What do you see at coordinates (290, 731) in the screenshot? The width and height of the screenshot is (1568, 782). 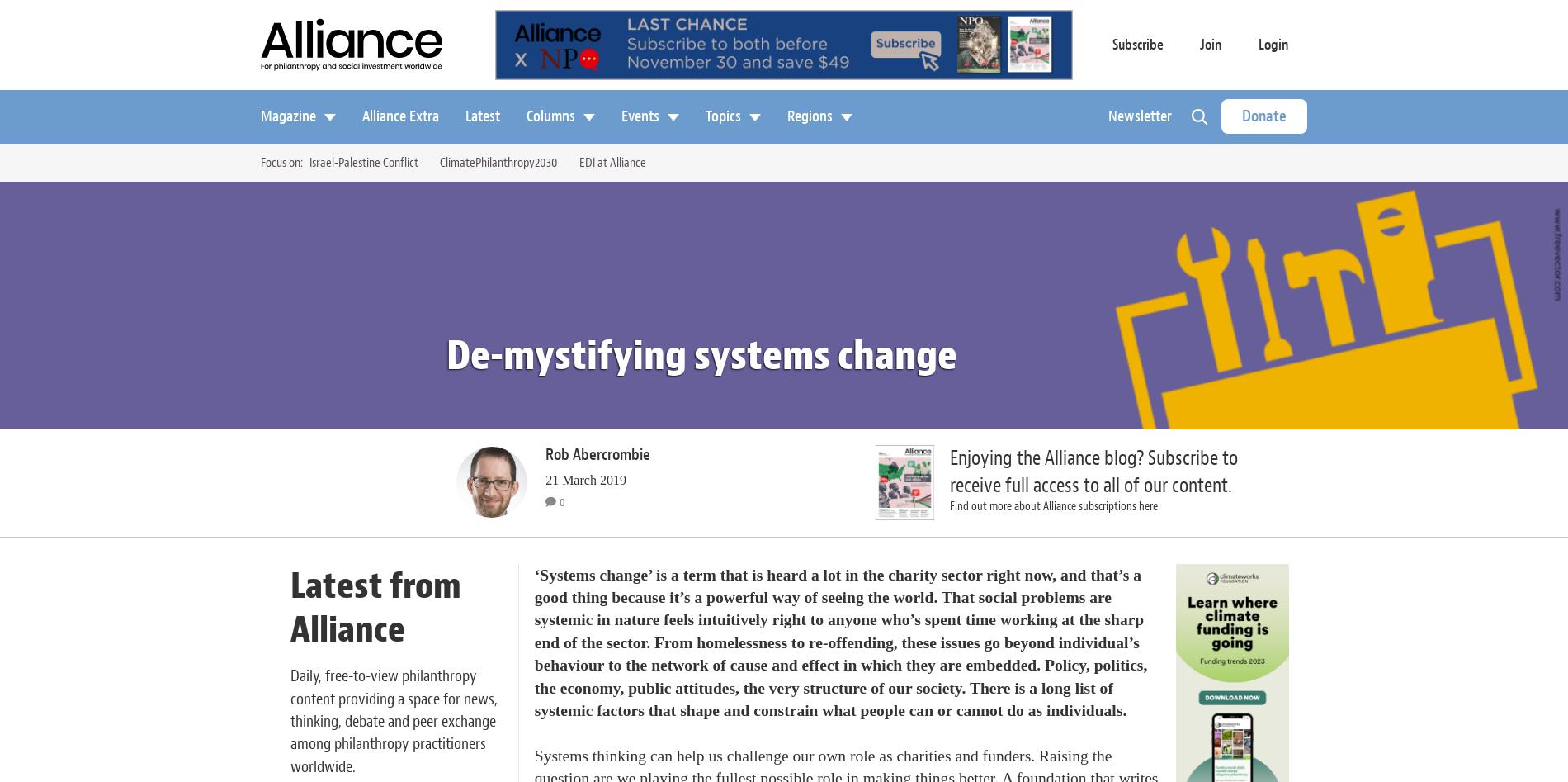 I see `'a space for news, thinking, debate and peer exchange among philanthropy practitioners worldwide.'` at bounding box center [290, 731].